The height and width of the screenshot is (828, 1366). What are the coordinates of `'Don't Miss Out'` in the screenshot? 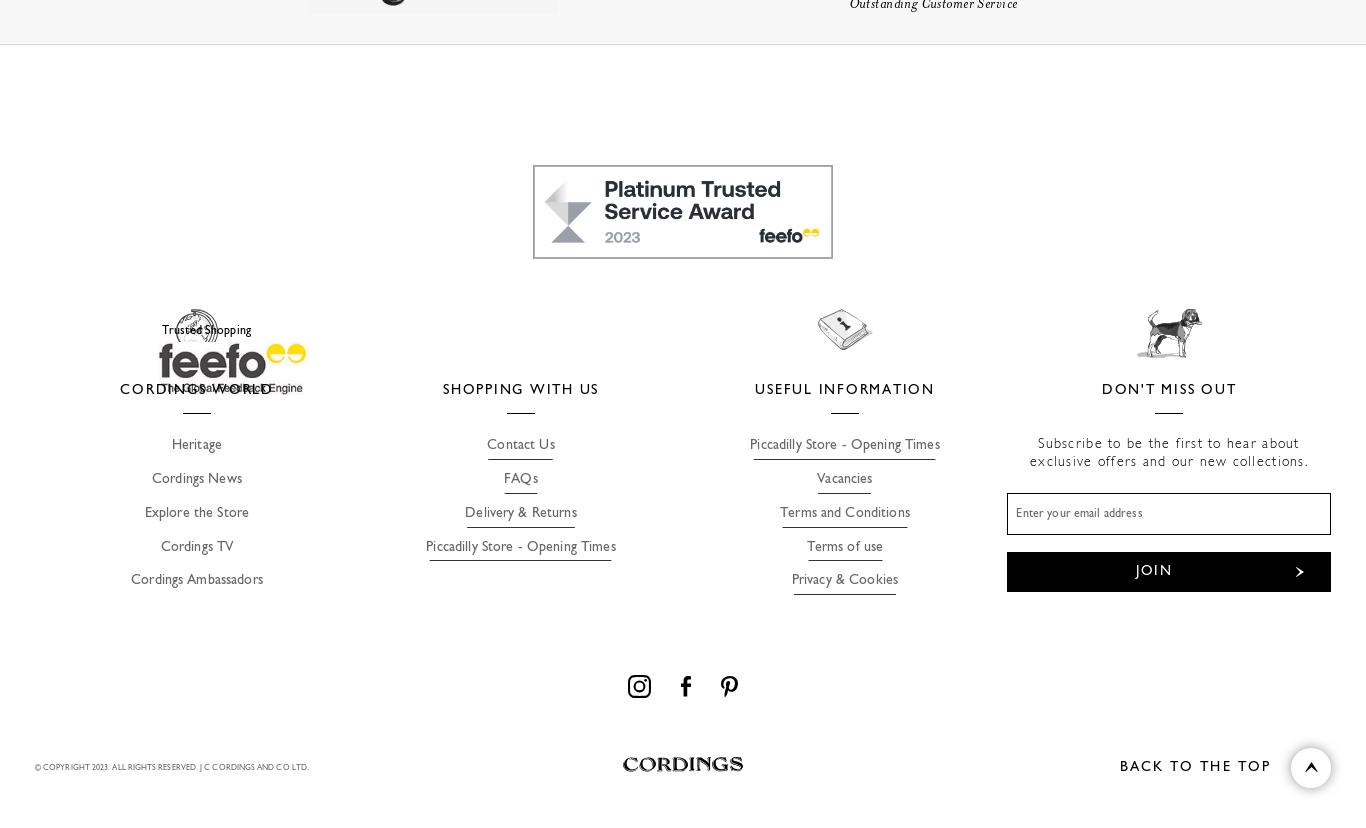 It's located at (1168, 388).